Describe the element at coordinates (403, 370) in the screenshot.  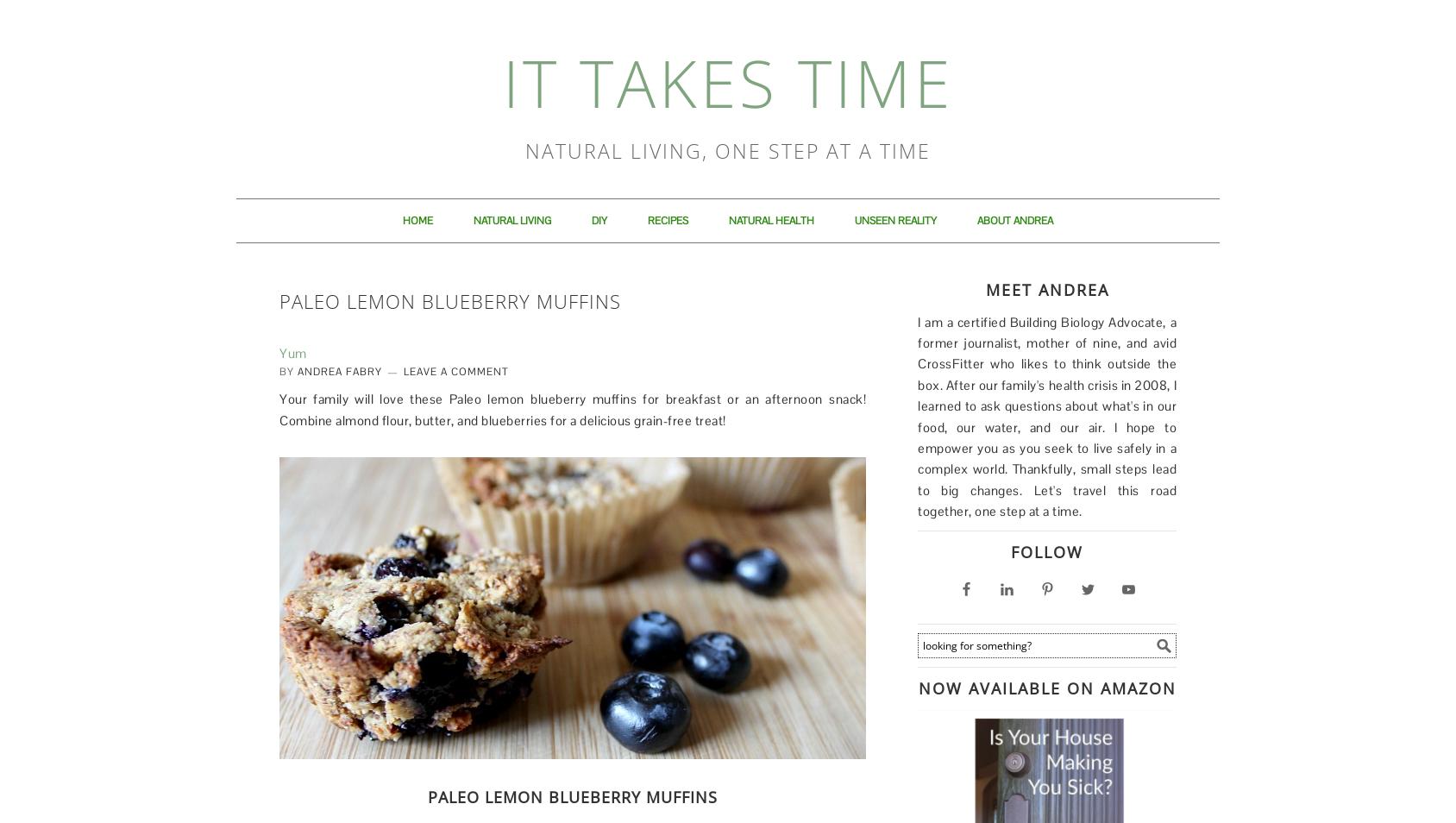
I see `'Leave a Comment'` at that location.